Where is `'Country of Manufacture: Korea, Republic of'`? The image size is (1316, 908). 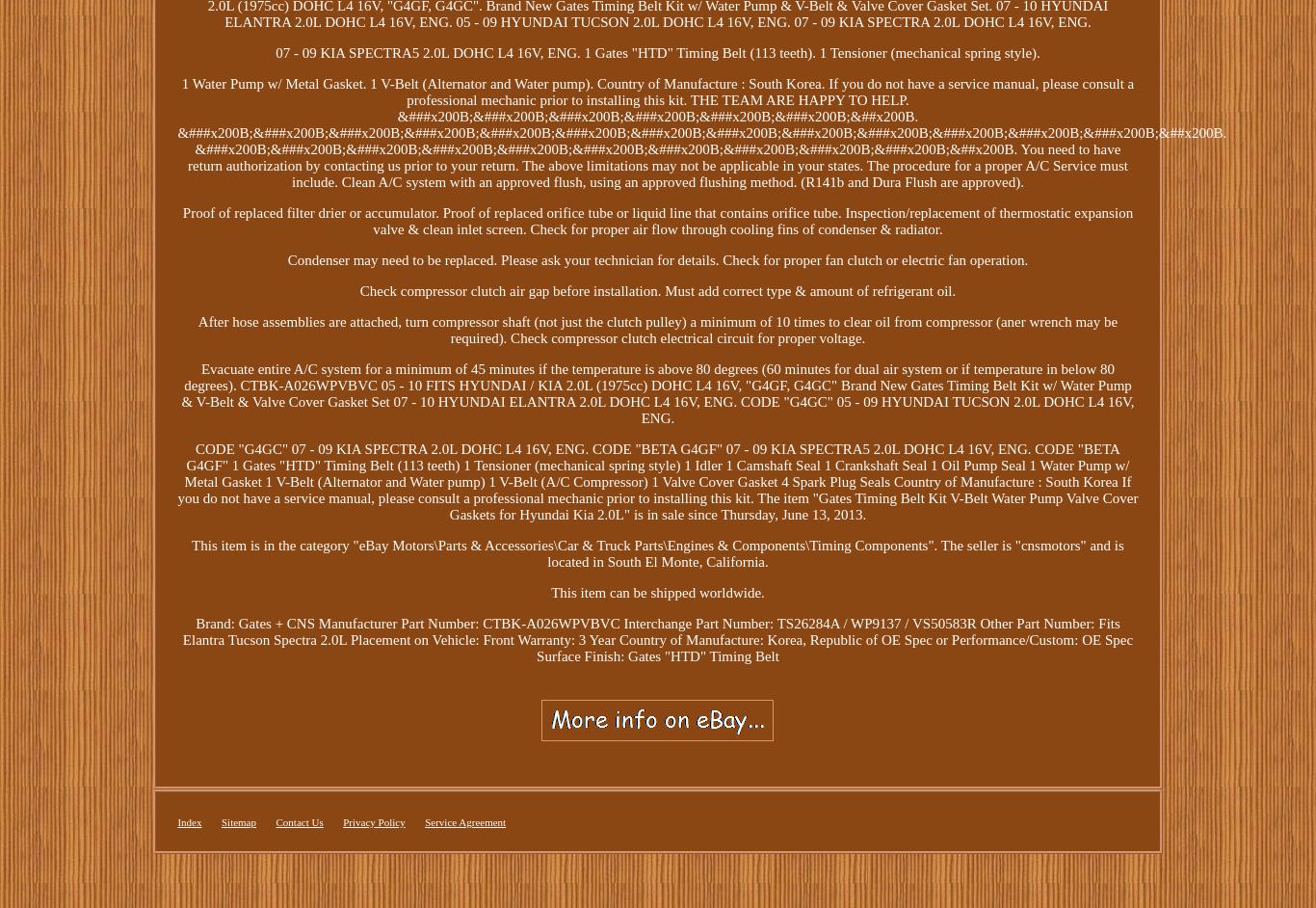 'Country of Manufacture: Korea, Republic of' is located at coordinates (748, 640).